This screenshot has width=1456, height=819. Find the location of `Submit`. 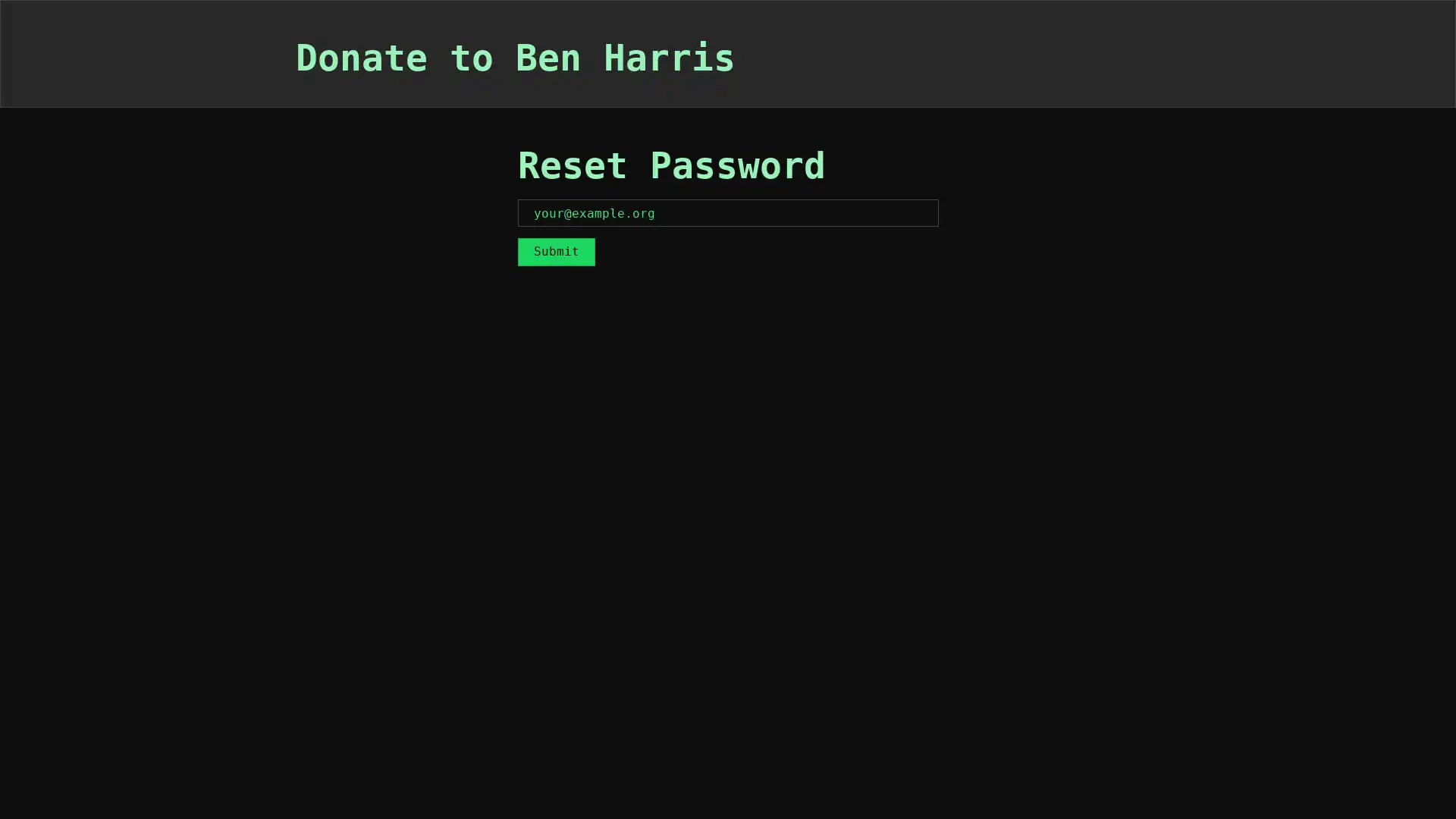

Submit is located at coordinates (555, 250).